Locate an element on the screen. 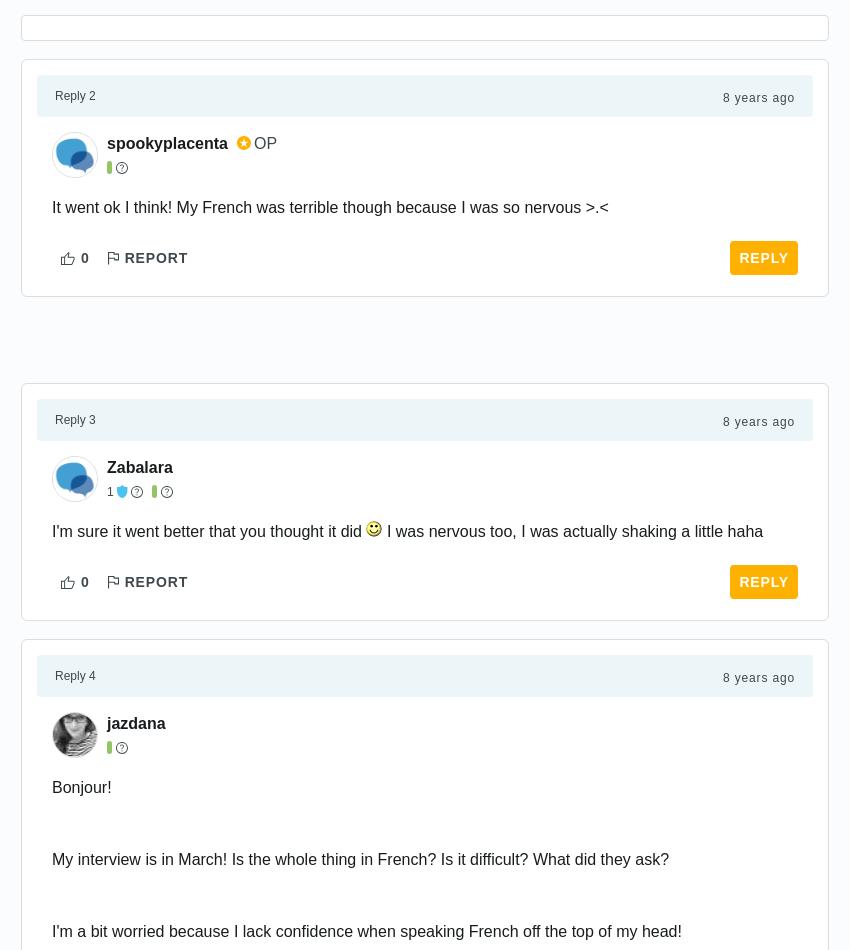  'they' is located at coordinates (599, 858).